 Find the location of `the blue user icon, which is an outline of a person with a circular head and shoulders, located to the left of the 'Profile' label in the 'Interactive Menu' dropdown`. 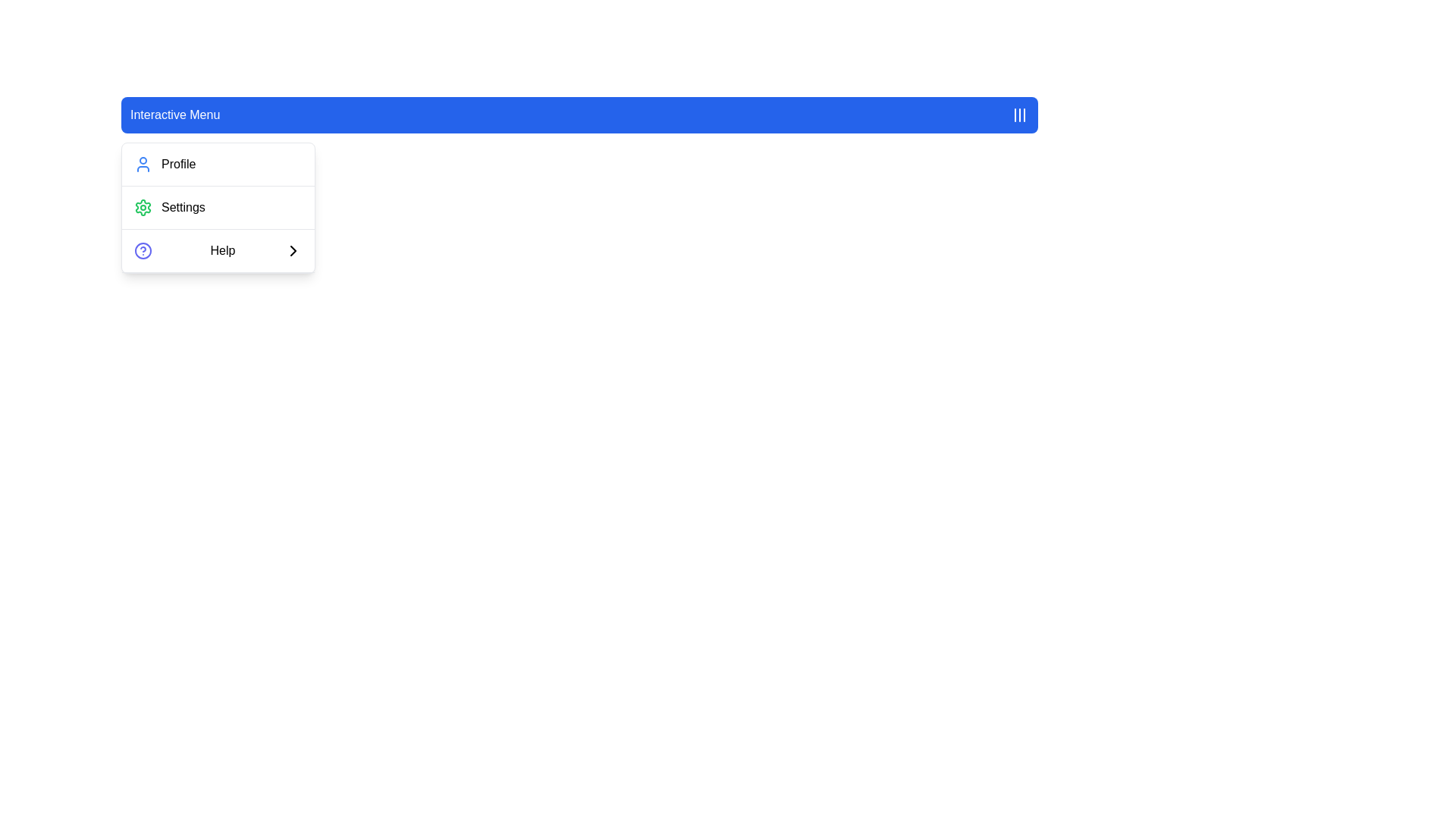

the blue user icon, which is an outline of a person with a circular head and shoulders, located to the left of the 'Profile' label in the 'Interactive Menu' dropdown is located at coordinates (143, 164).